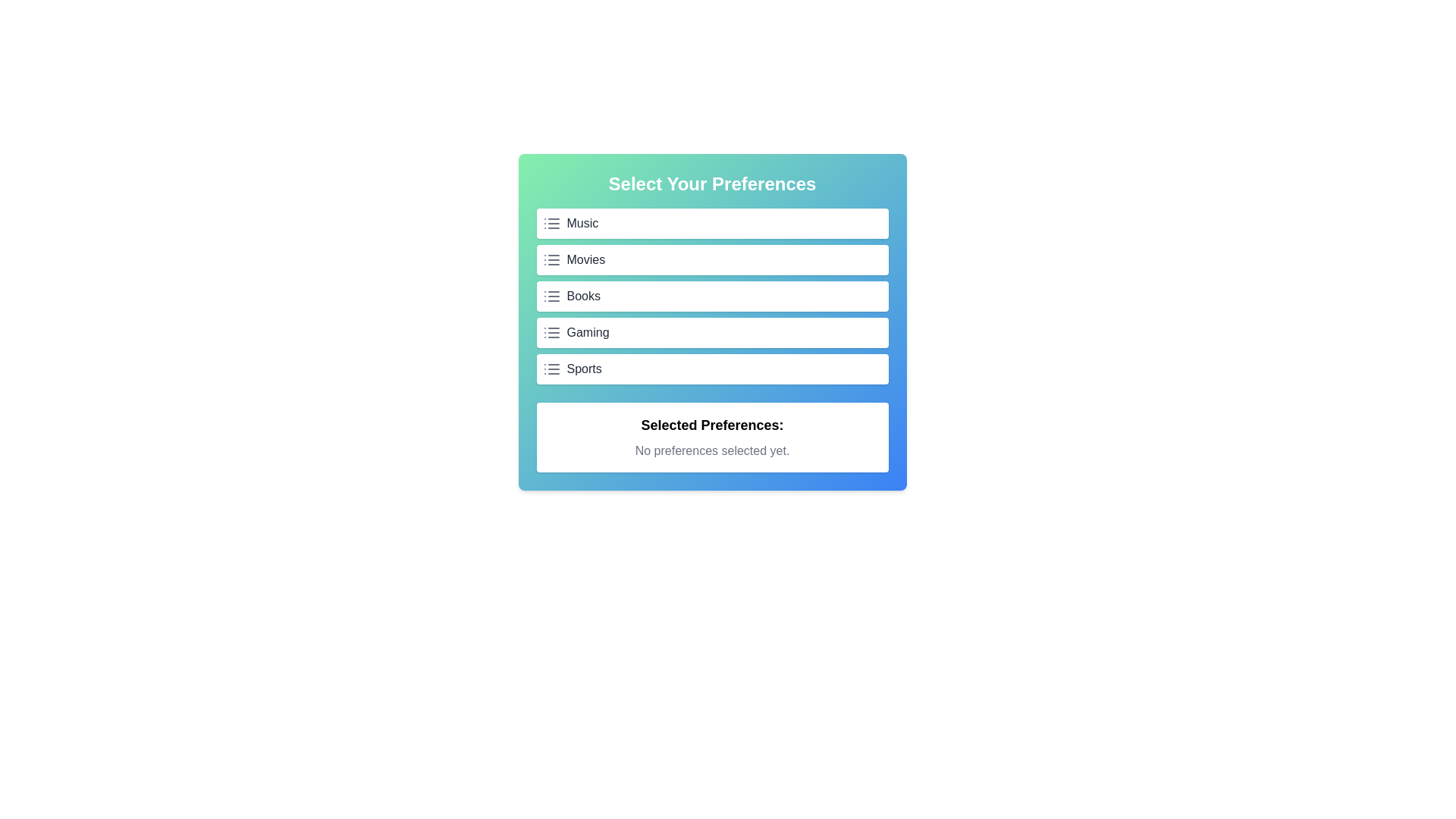  What do you see at coordinates (711, 438) in the screenshot?
I see `the Text Display Panel displaying 'Selected Preferences:' and 'No preferences selected yet.' with a white background and rounded corners` at bounding box center [711, 438].